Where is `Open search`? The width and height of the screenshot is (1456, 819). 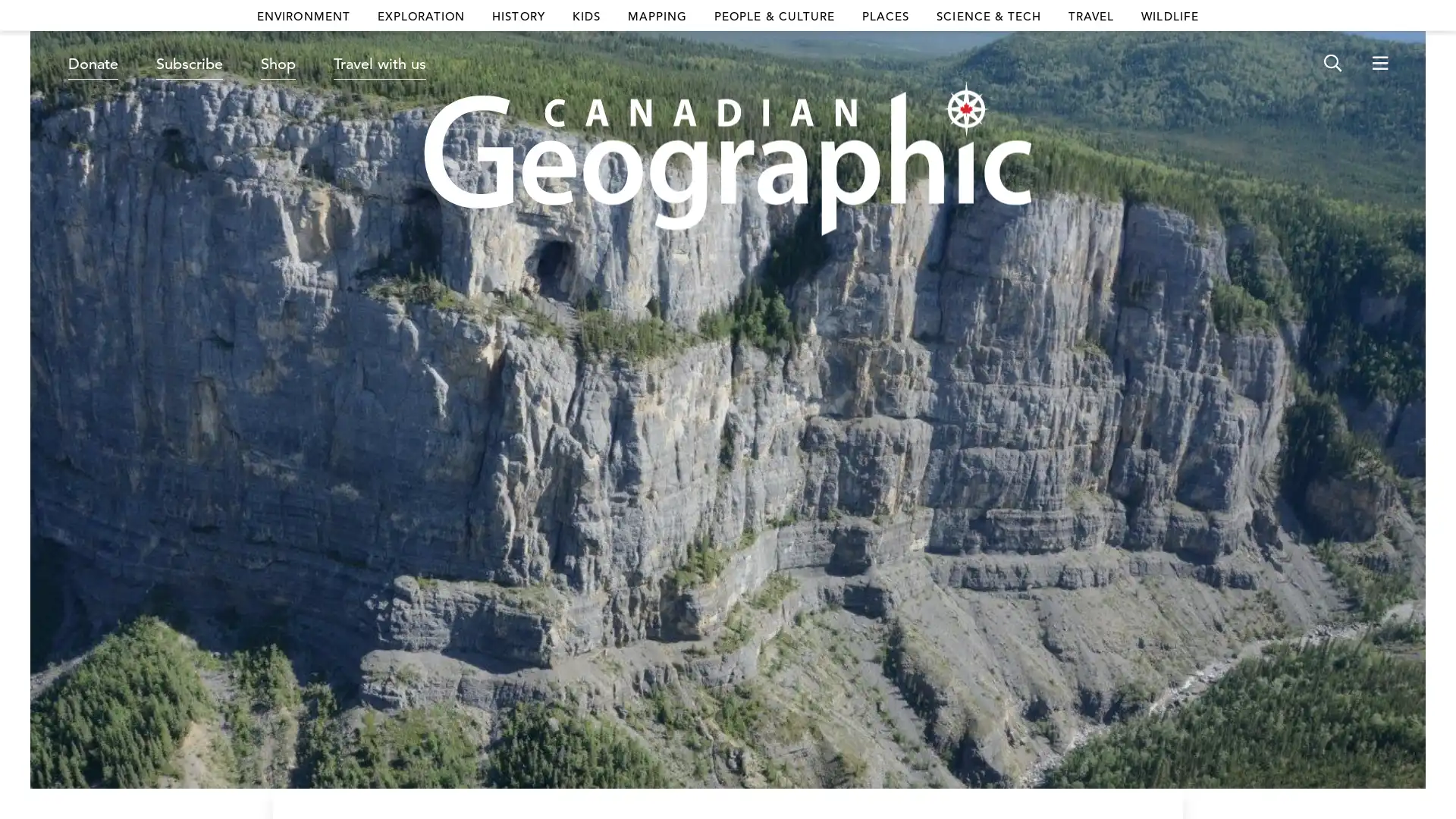
Open search is located at coordinates (1332, 63).